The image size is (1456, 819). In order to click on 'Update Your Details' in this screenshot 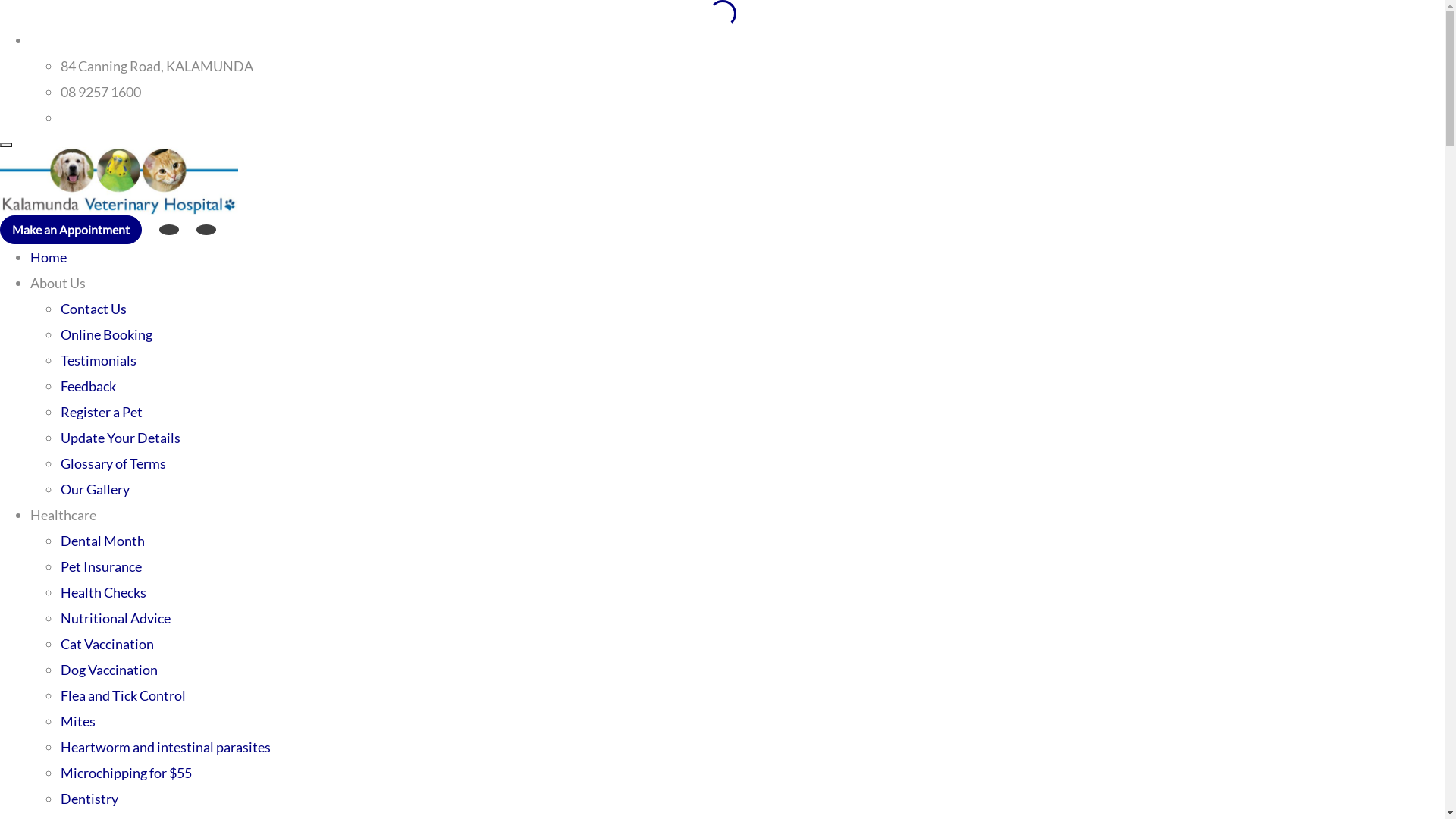, I will do `click(61, 438)`.